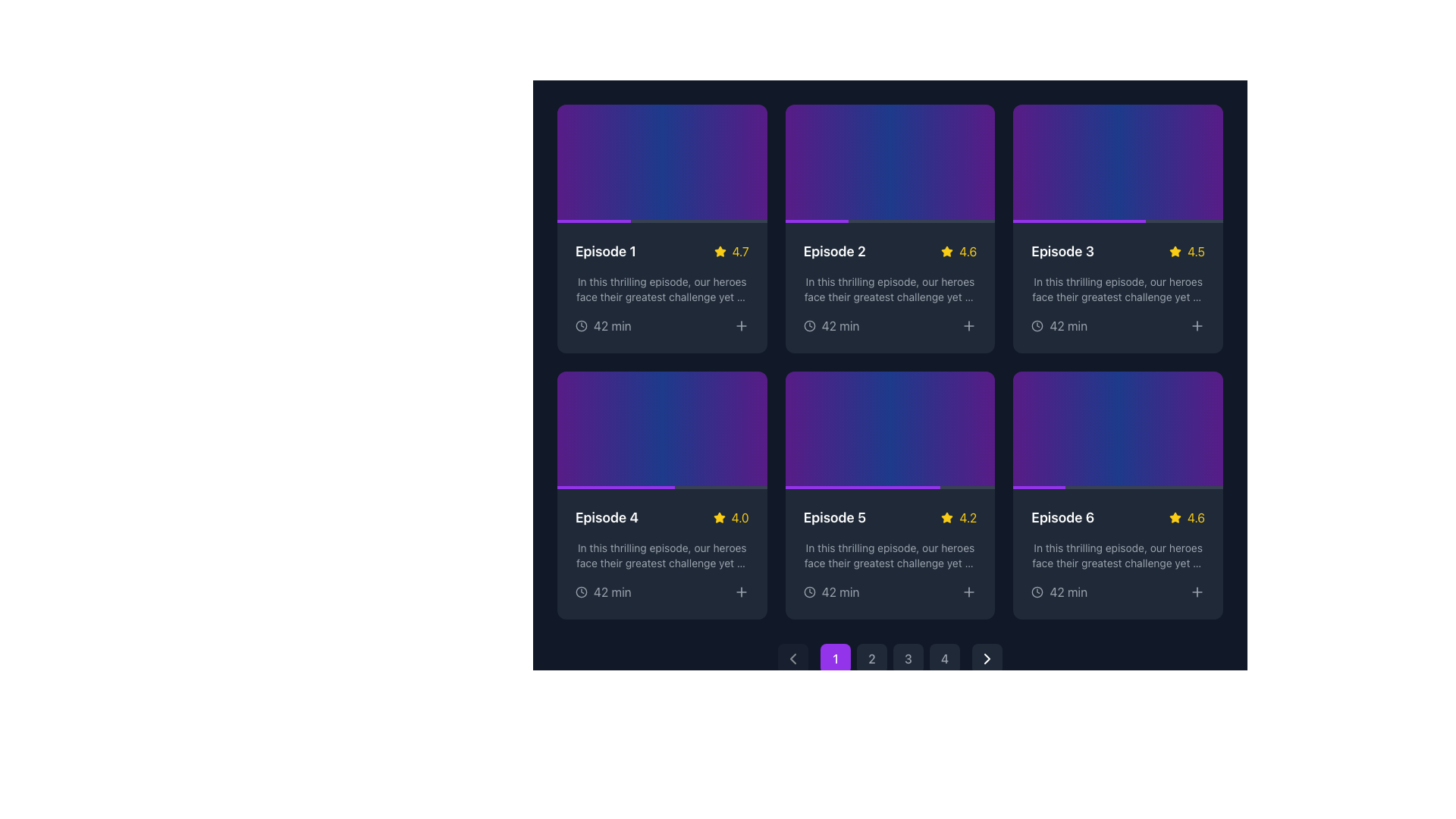  I want to click on the '+' button located at the bottom right corner of the 'Episode 6' card, so click(1197, 591).